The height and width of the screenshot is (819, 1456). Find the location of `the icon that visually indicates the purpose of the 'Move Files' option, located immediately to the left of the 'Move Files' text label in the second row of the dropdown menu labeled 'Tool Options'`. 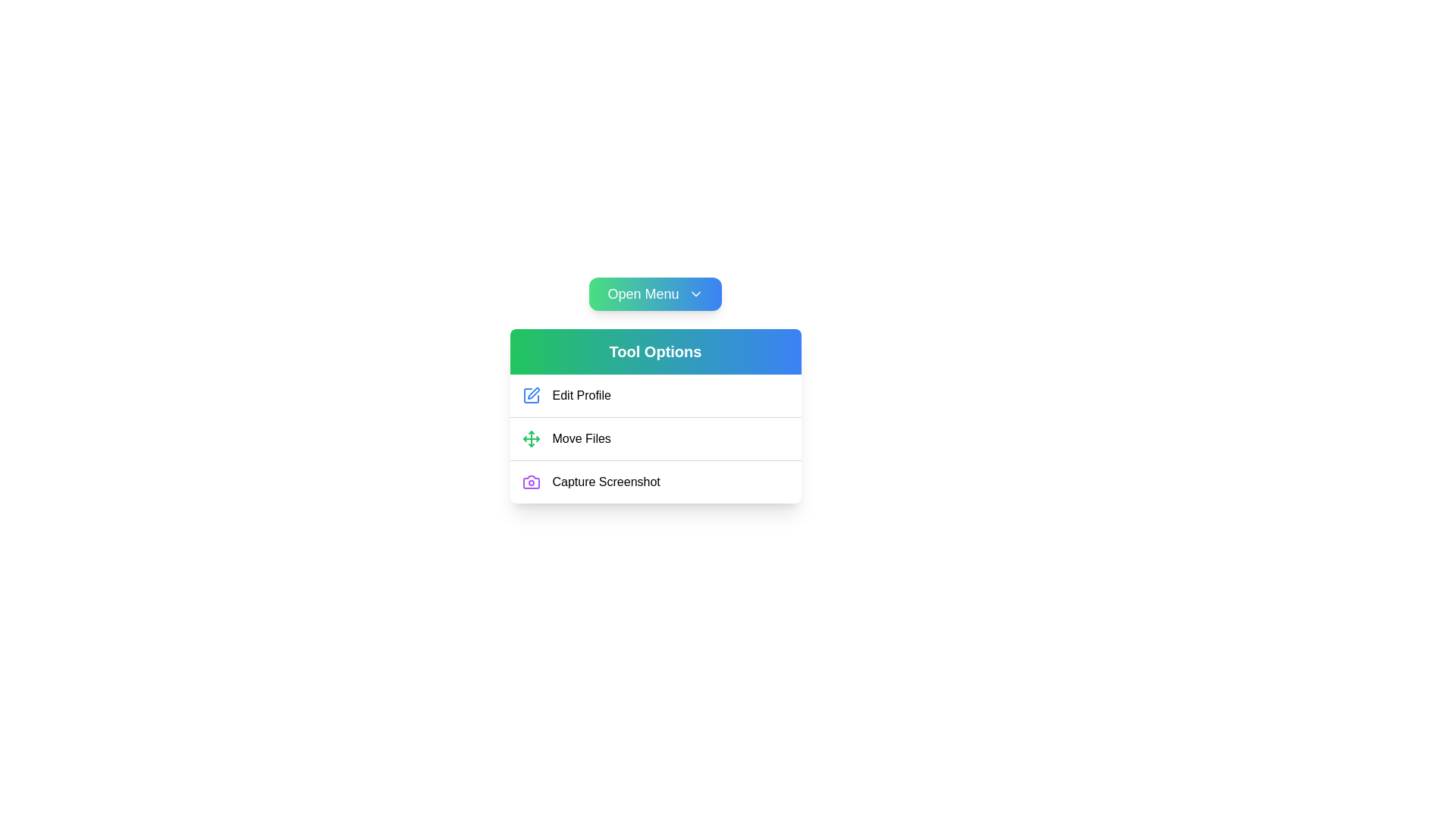

the icon that visually indicates the purpose of the 'Move Files' option, located immediately to the left of the 'Move Files' text label in the second row of the dropdown menu labeled 'Tool Options' is located at coordinates (531, 438).